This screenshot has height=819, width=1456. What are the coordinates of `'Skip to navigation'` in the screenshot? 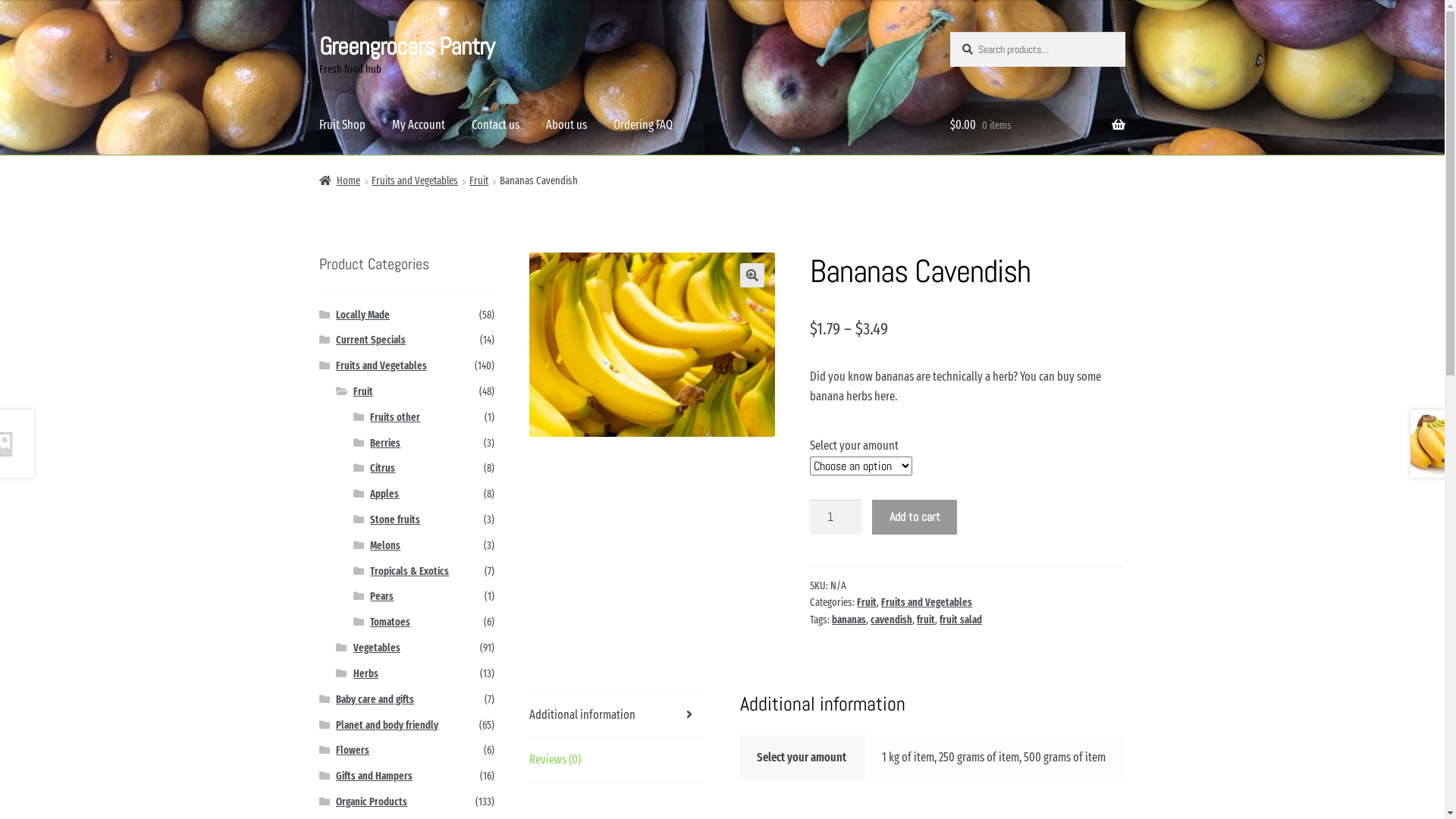 It's located at (318, 31).